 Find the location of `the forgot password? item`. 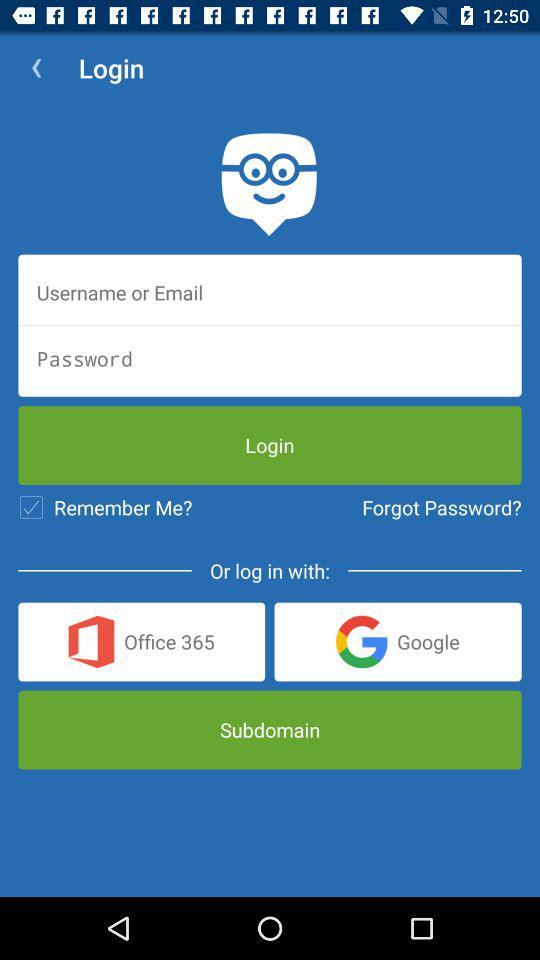

the forgot password? item is located at coordinates (441, 506).